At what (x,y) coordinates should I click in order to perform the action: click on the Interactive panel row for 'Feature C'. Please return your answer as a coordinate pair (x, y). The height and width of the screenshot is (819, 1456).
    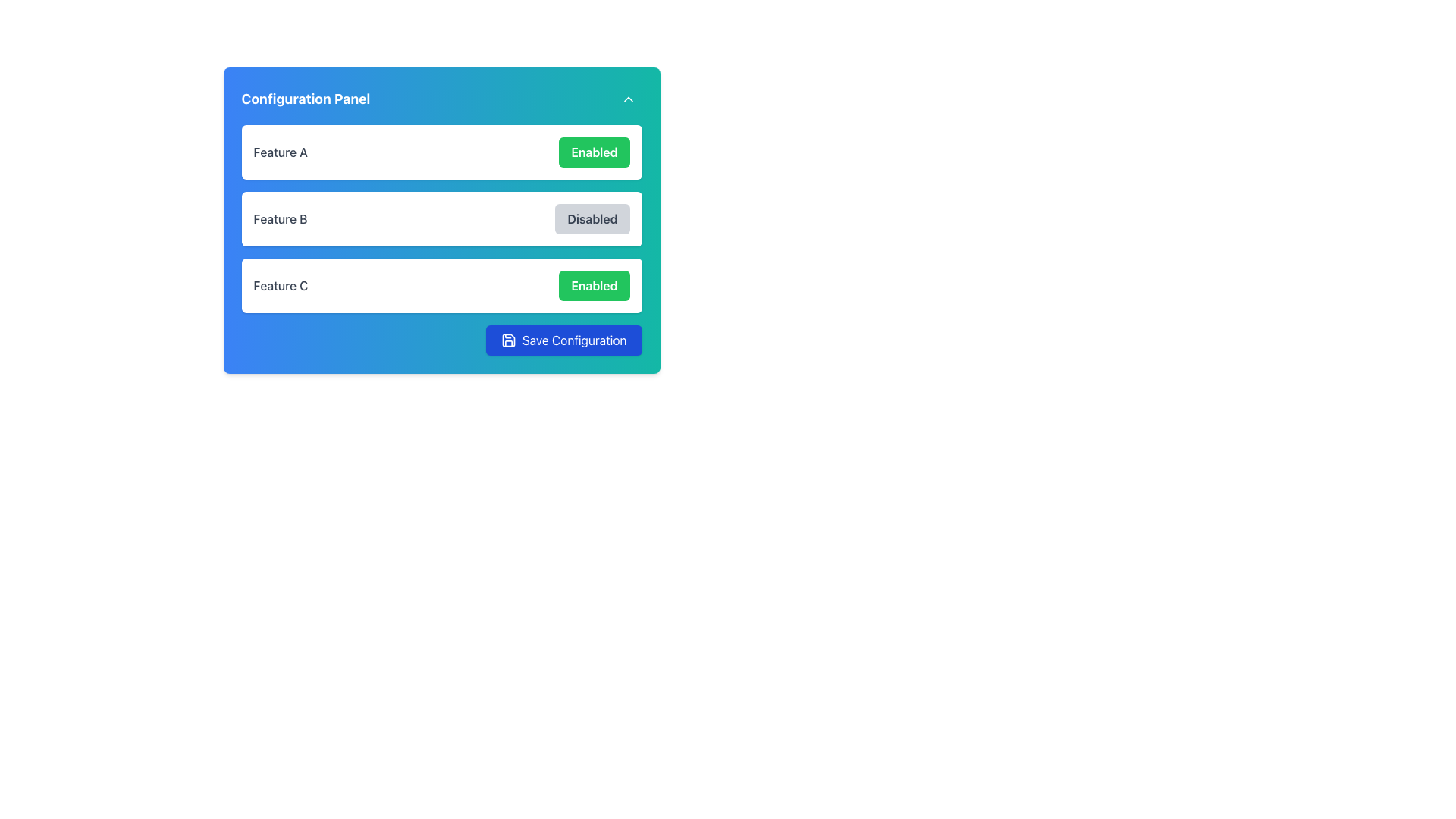
    Looking at the image, I should click on (441, 286).